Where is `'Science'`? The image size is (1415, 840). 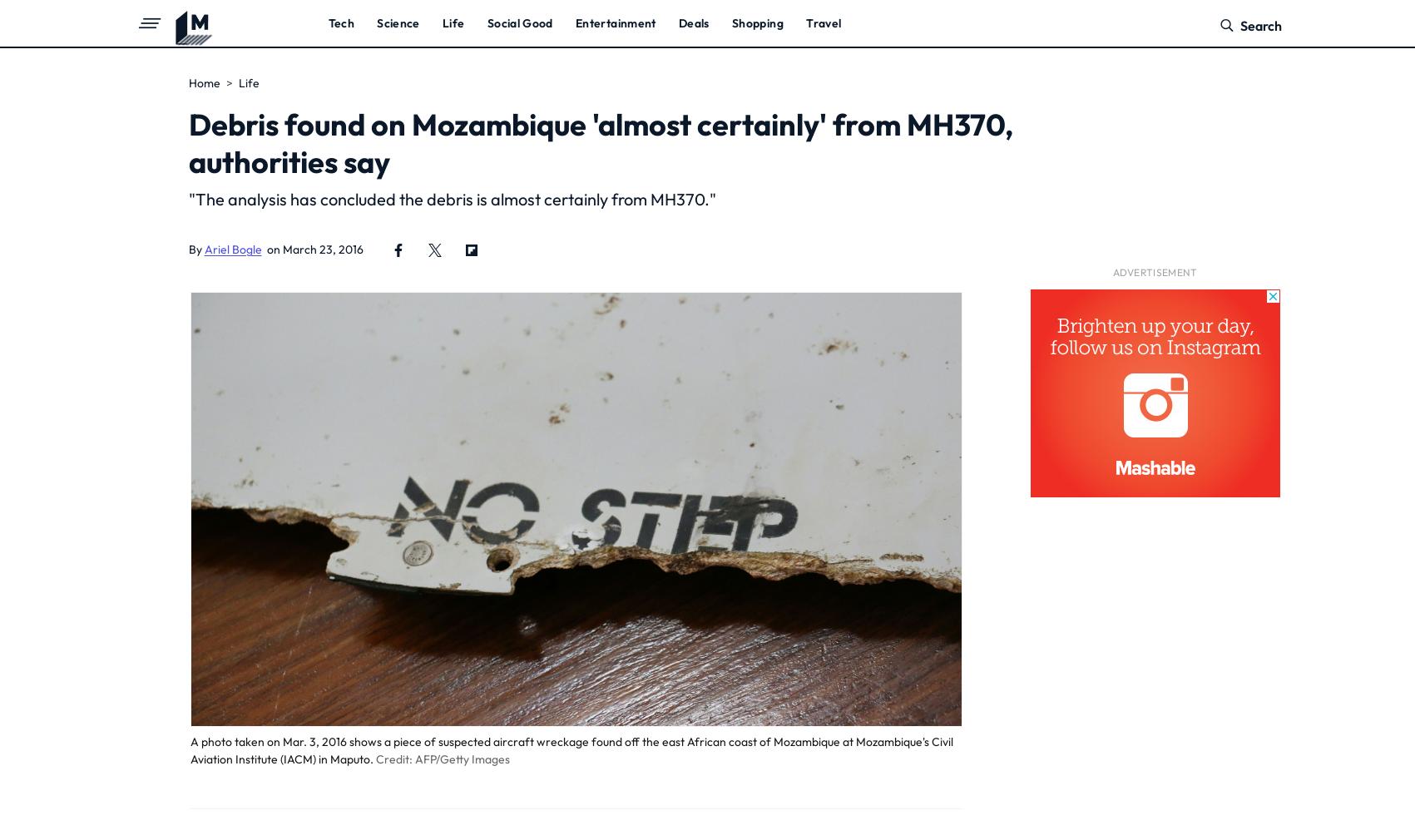
'Science' is located at coordinates (397, 22).